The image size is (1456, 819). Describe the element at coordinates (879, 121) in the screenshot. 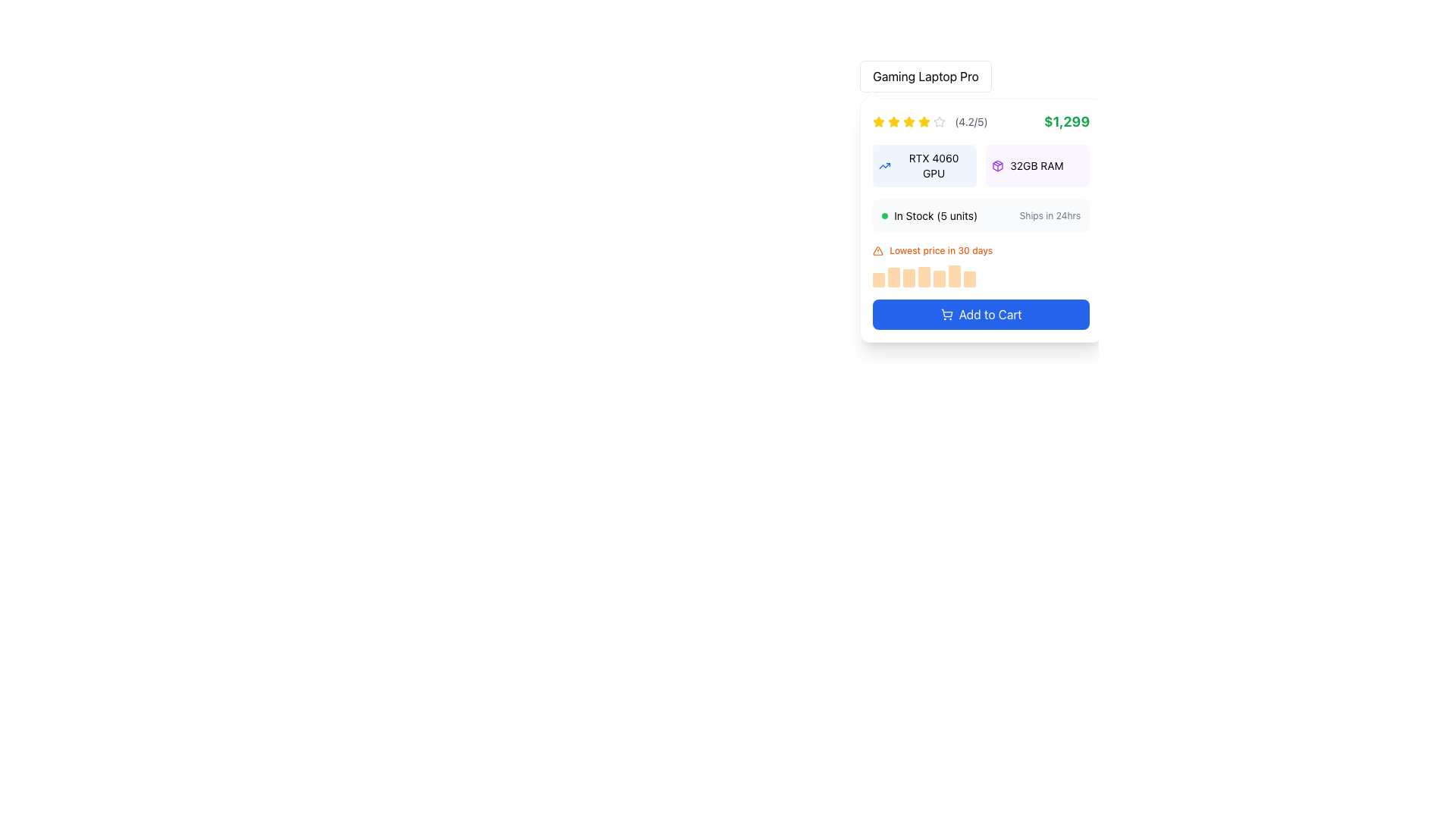

I see `the star icon representing the product rating in the upper-left corner of the product card` at that location.